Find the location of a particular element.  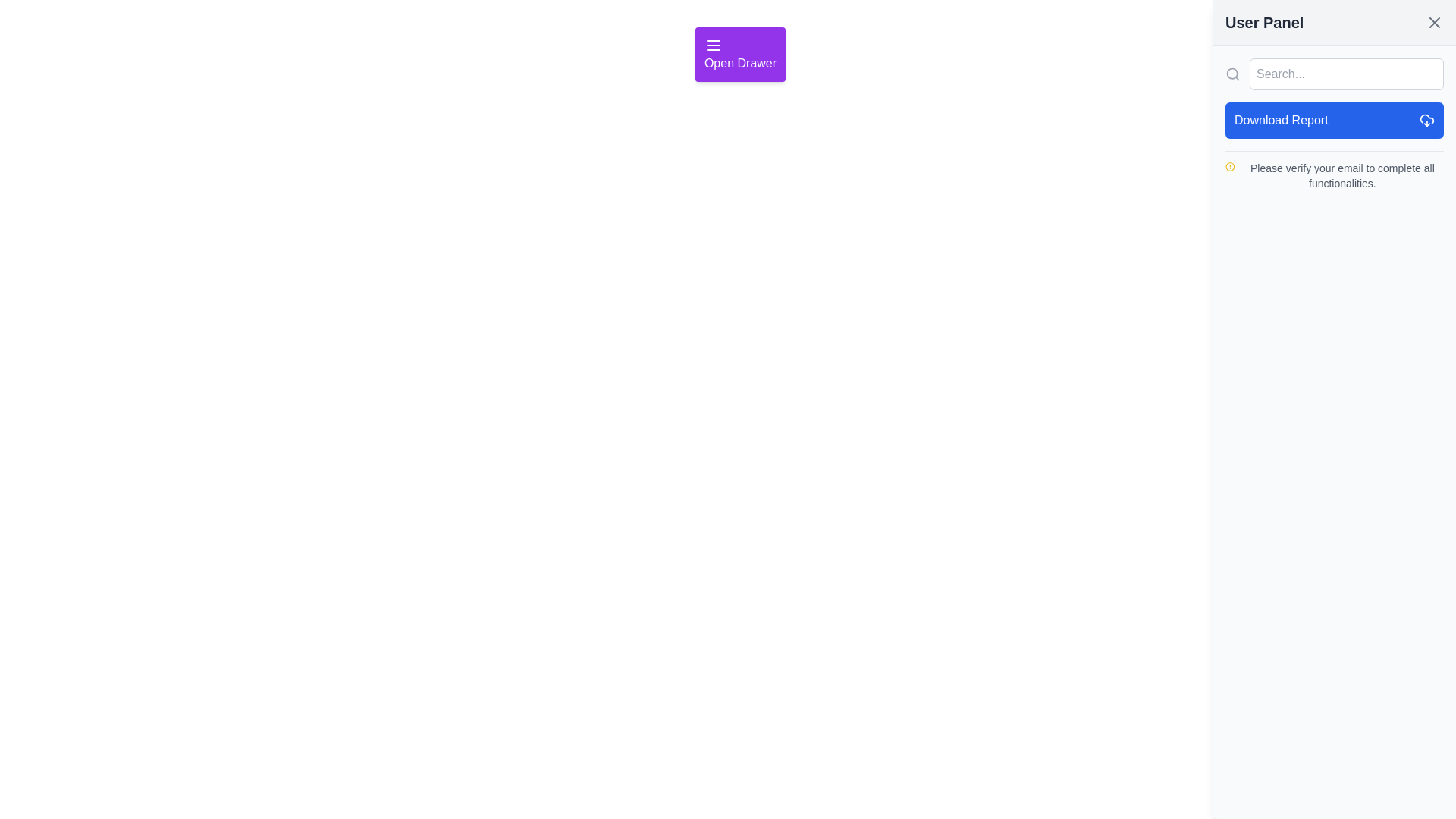

the circular shape part of the icon located in the right sidebar near the top-right corner of the user interface, which has a yellow outline and is associated with email verification is located at coordinates (1230, 166).